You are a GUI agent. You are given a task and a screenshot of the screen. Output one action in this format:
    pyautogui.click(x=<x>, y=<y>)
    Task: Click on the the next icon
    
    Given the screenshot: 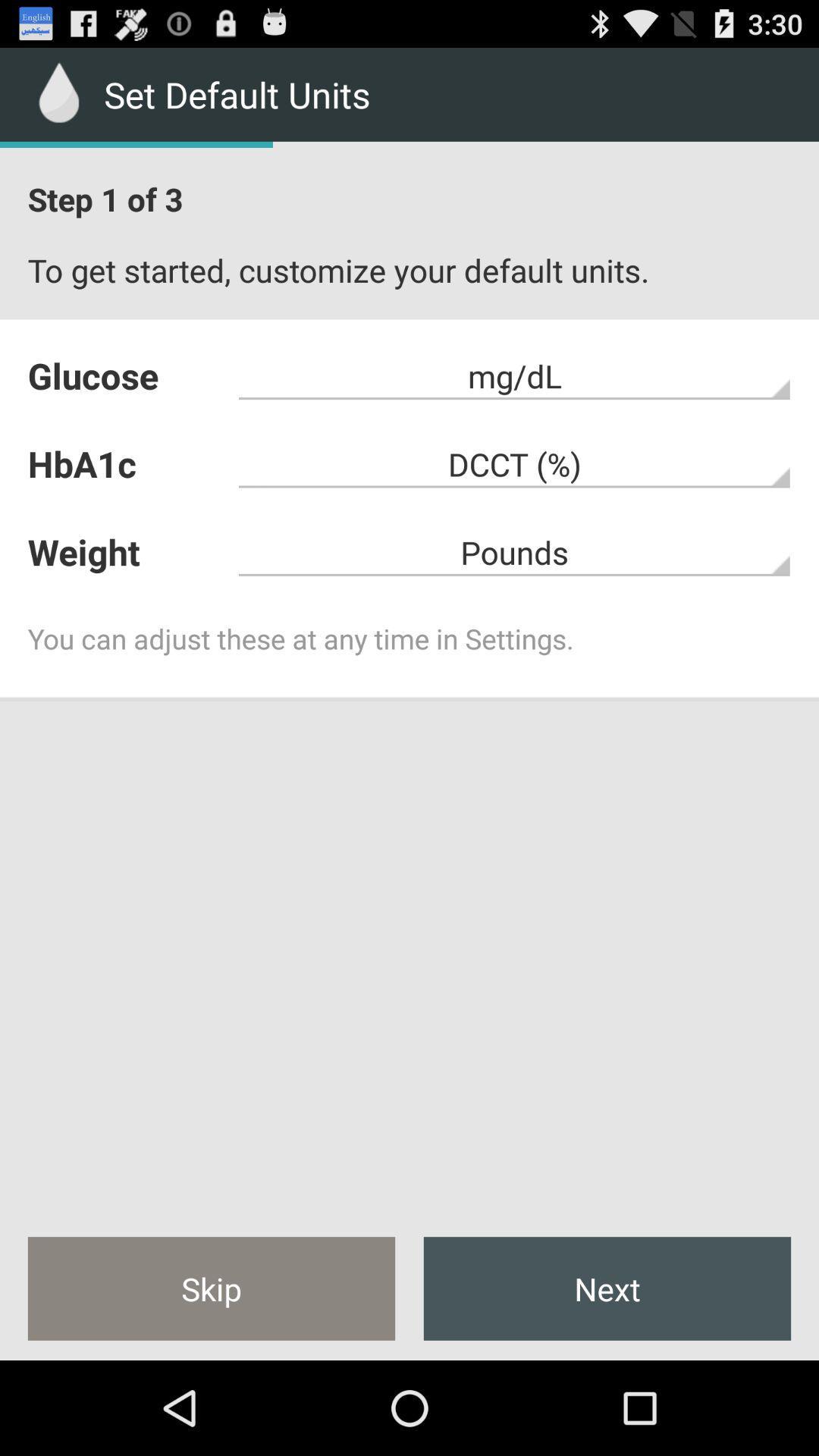 What is the action you would take?
    pyautogui.click(x=607, y=1288)
    